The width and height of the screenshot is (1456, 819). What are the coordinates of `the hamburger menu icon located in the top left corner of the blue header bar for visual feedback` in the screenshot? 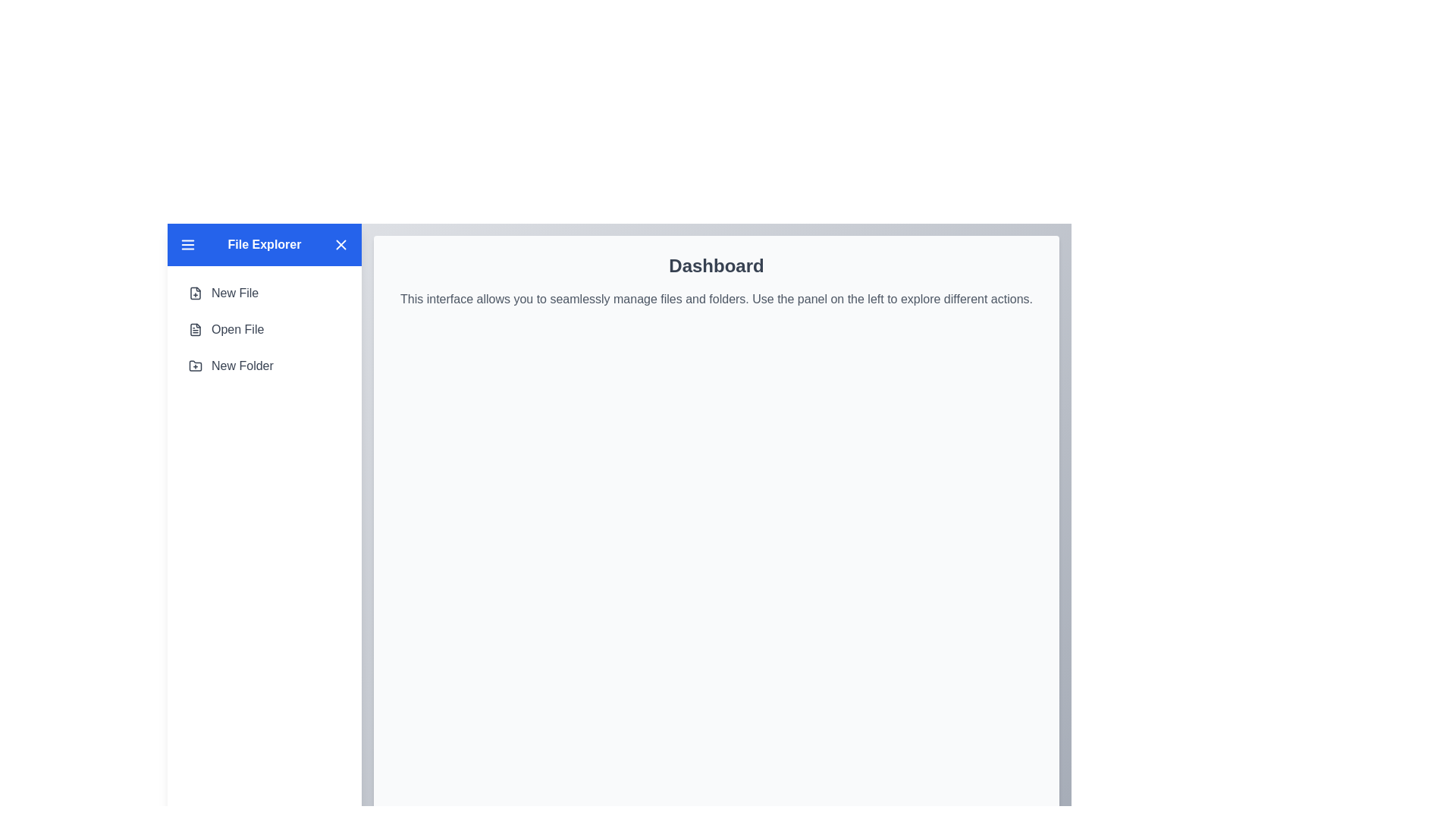 It's located at (187, 244).